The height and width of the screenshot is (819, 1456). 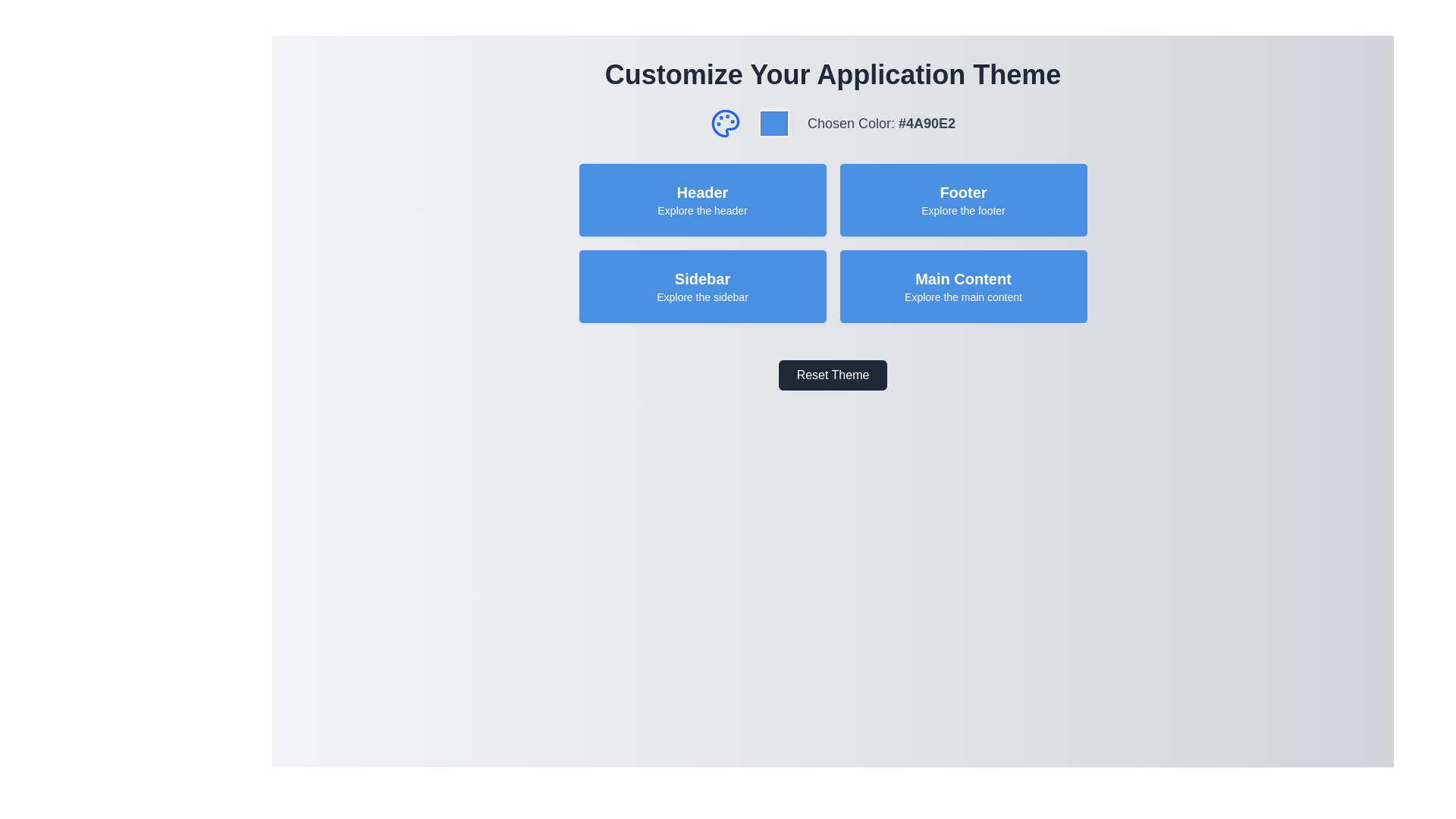 I want to click on the Text Display Label that shows the hexadecimal color code, located to the right of the label 'Chosen Color:' in the top-right area of the interface, so click(x=926, y=122).